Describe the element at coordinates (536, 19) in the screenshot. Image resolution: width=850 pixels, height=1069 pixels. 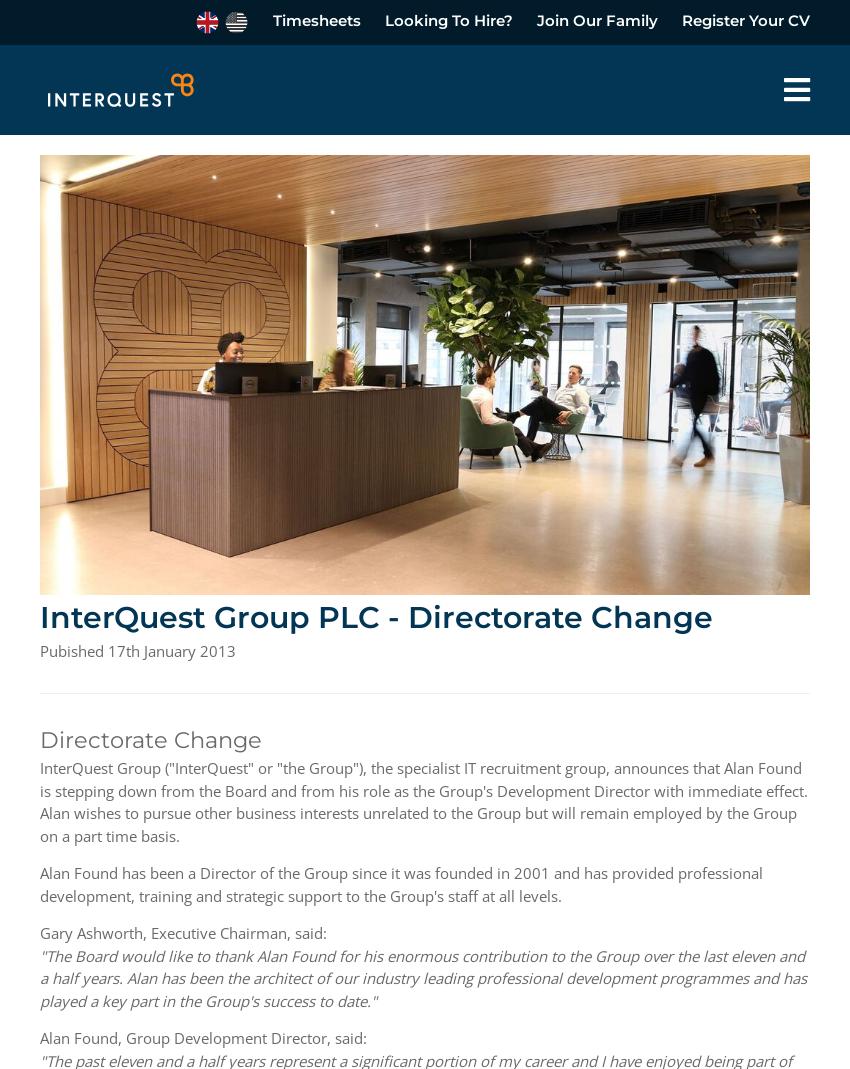
I see `'Join Our Family'` at that location.